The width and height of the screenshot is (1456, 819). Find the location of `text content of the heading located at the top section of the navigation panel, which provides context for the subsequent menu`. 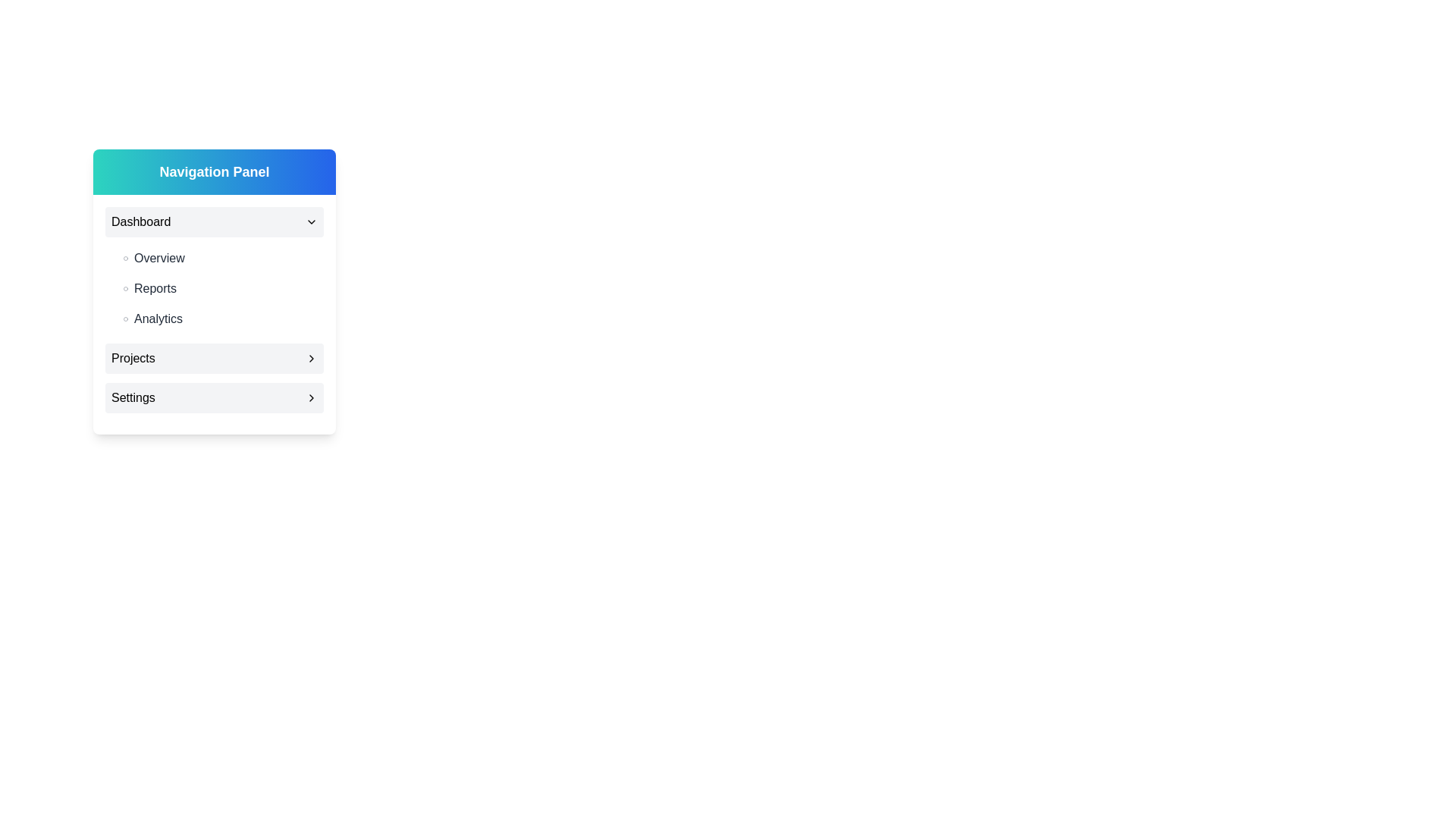

text content of the heading located at the top section of the navigation panel, which provides context for the subsequent menu is located at coordinates (214, 171).